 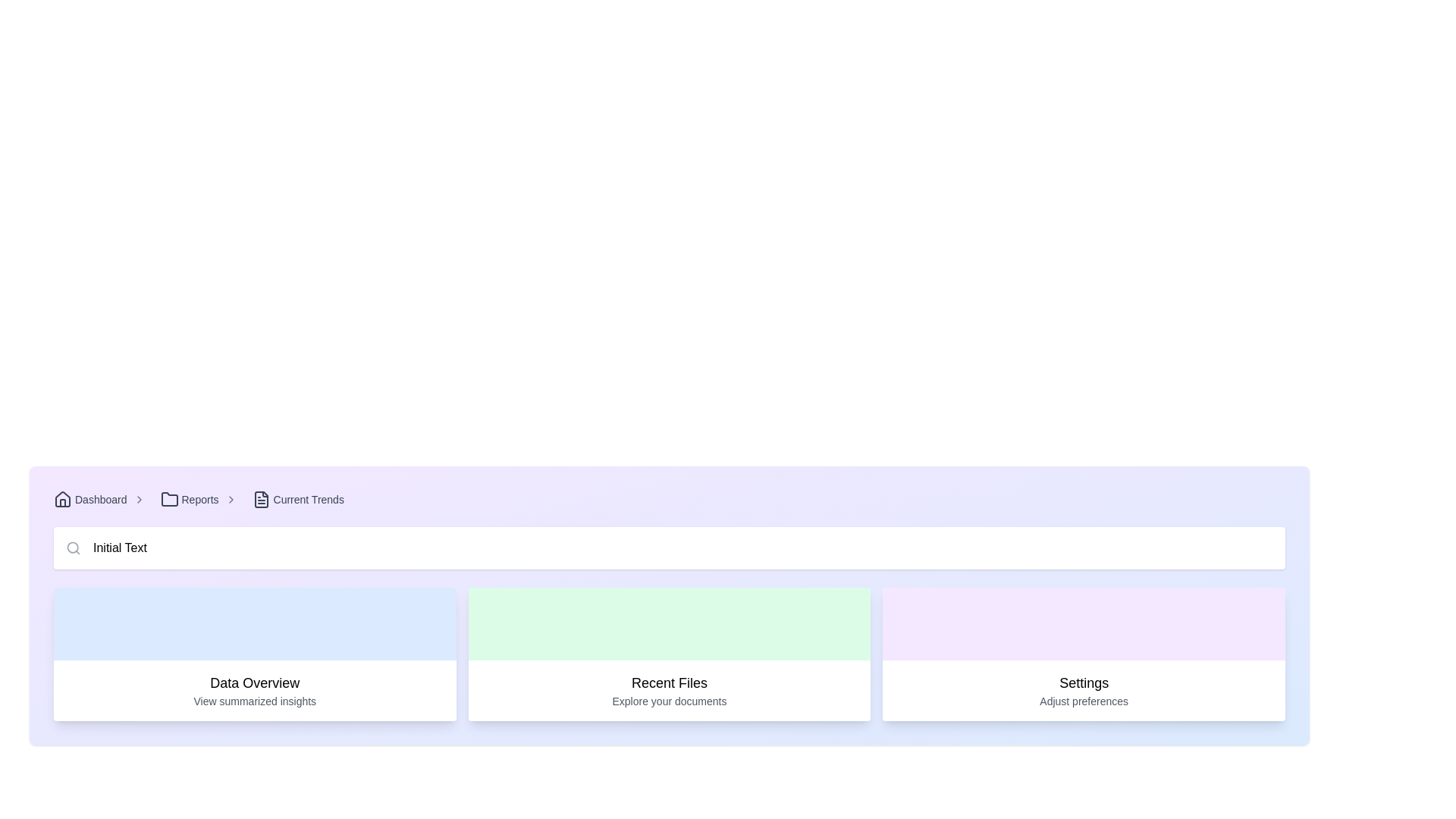 What do you see at coordinates (308, 500) in the screenshot?
I see `the breadcrumb navigation text label that is the third component in the sequence, located between 'Reports' and the search bar` at bounding box center [308, 500].